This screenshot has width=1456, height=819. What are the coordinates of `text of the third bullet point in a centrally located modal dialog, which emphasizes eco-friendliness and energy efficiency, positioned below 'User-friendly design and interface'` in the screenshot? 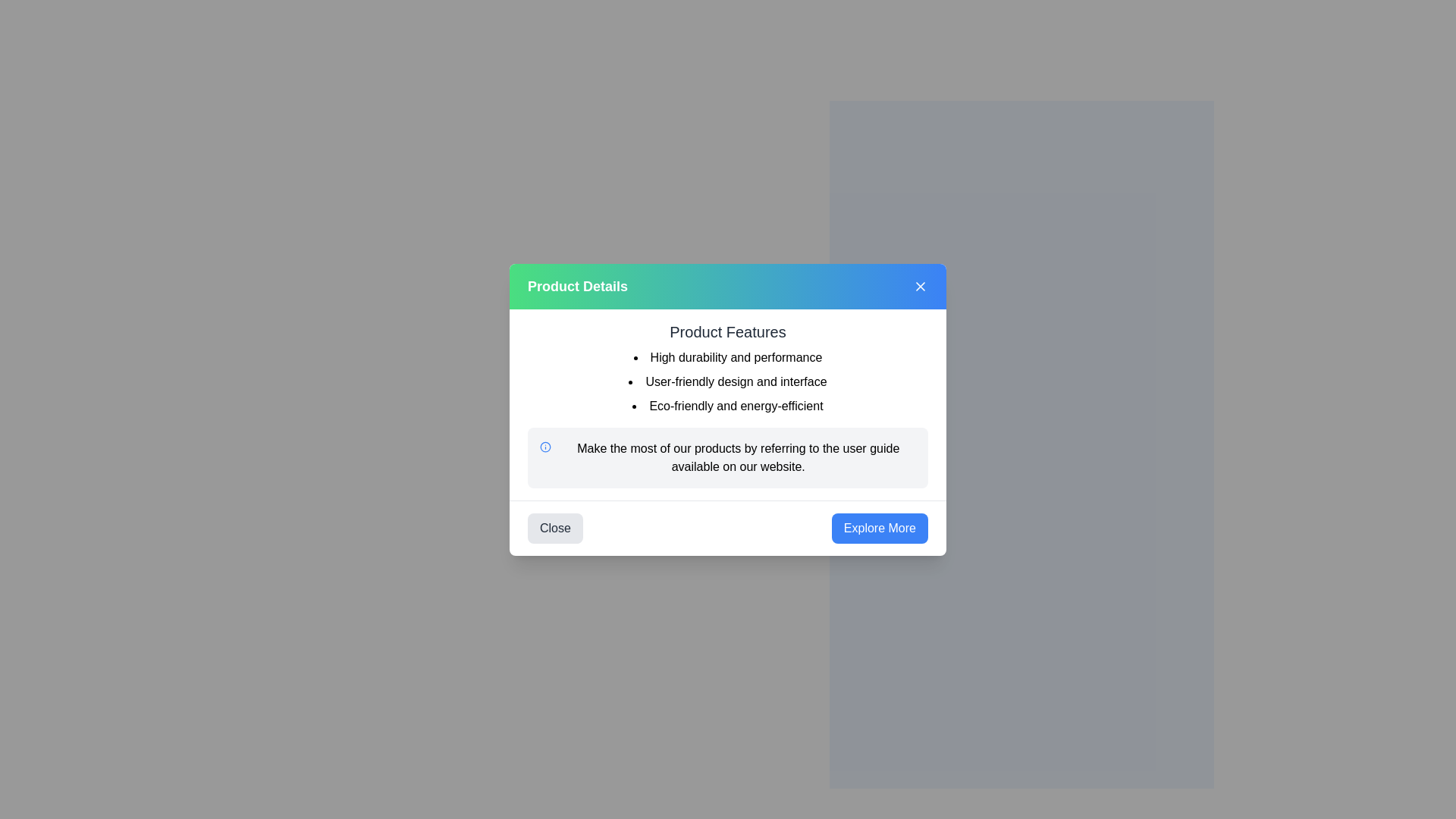 It's located at (728, 405).